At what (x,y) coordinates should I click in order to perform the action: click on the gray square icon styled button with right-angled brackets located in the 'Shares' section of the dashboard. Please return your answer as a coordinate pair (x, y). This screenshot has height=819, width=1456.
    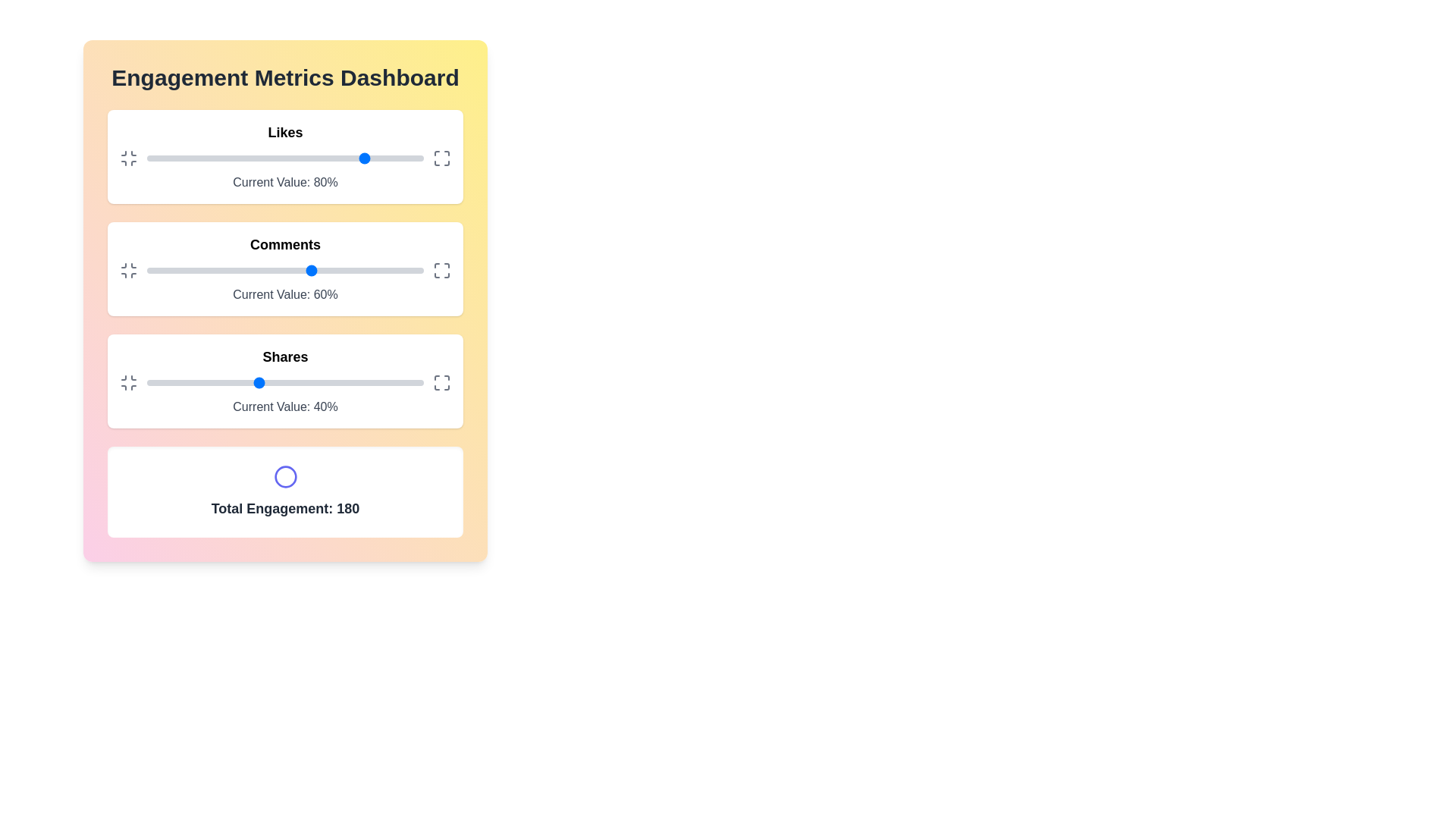
    Looking at the image, I should click on (441, 382).